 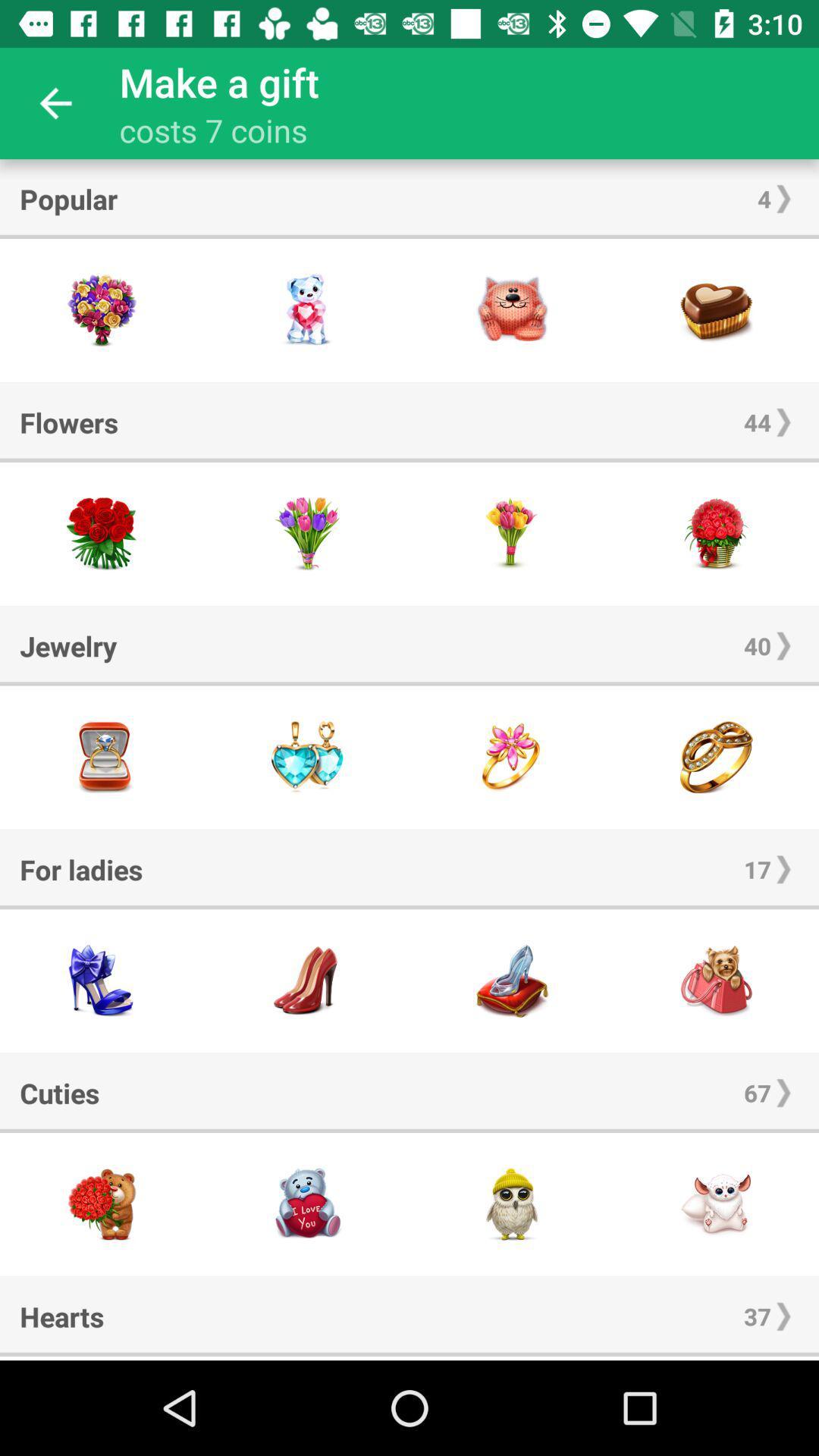 I want to click on product, so click(x=307, y=757).